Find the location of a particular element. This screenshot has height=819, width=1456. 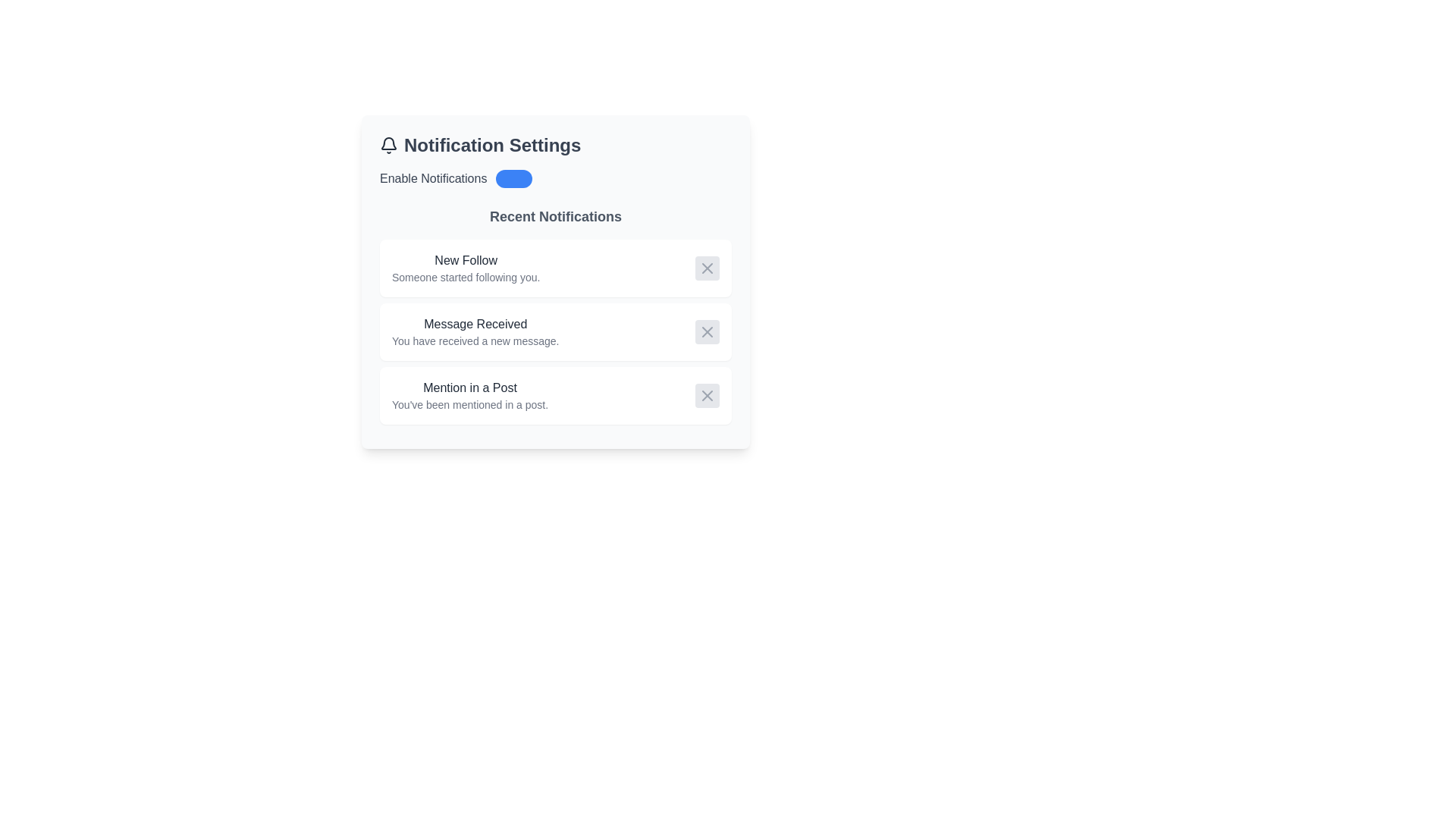

the text label that reads 'New Follow', which is positioned at the top part of the first notification in the recent notifications list is located at coordinates (465, 259).